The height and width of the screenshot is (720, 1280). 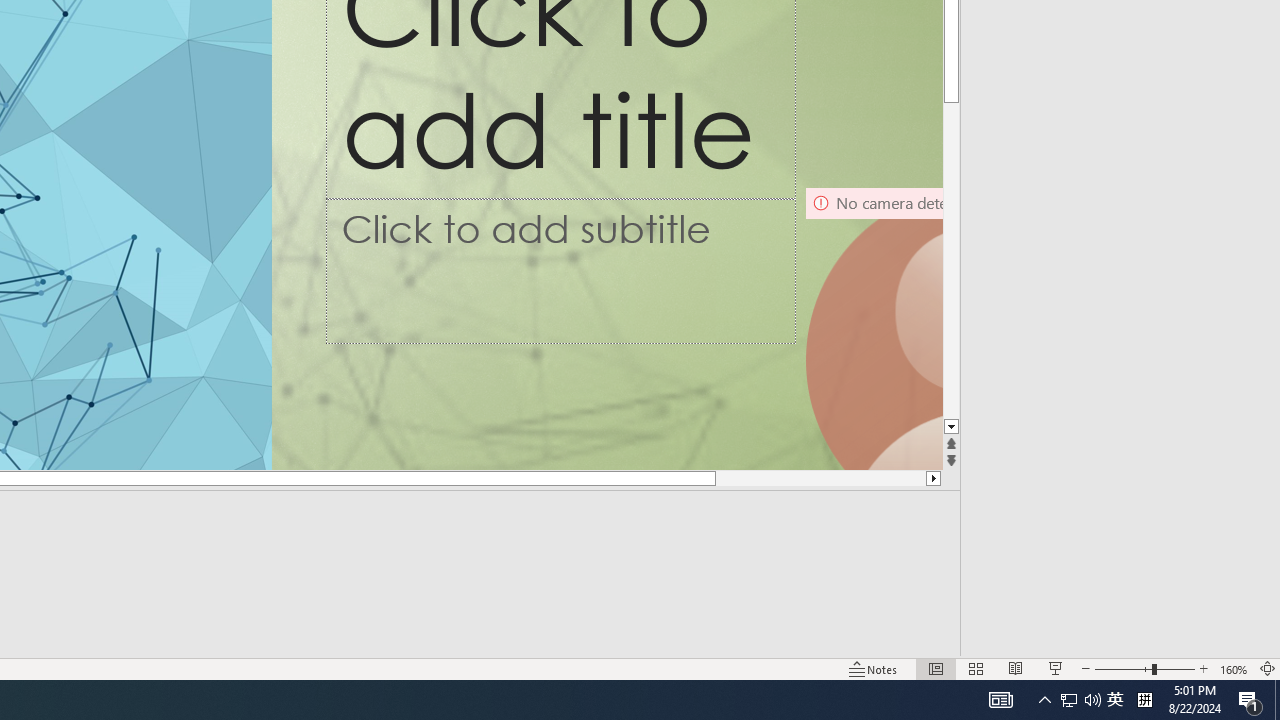 I want to click on 'Subtitle TextBox', so click(x=560, y=271).